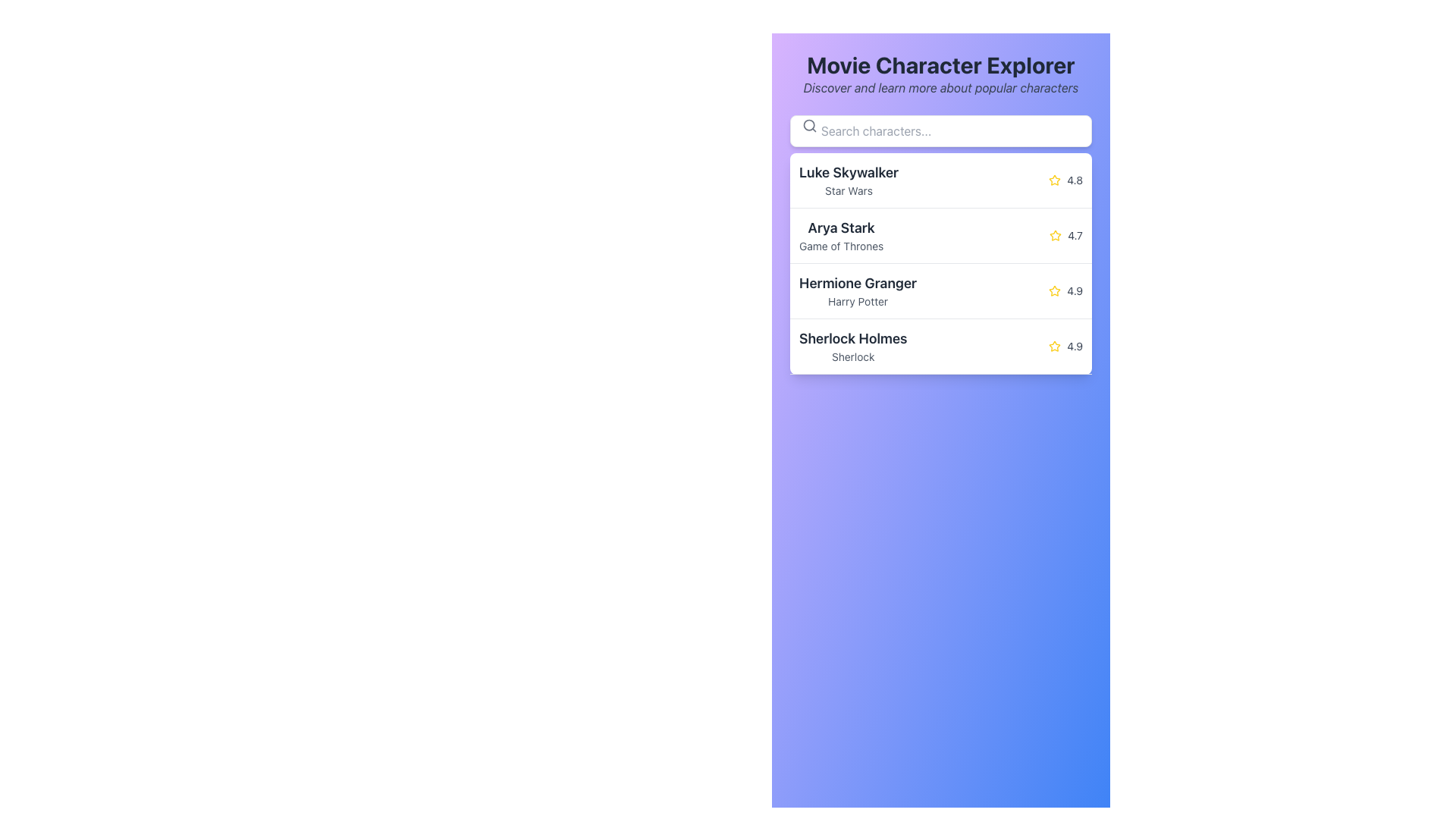 Image resolution: width=1456 pixels, height=819 pixels. I want to click on the circular outline of the search icon located to the left of the placeholder text 'Search characters...' in the input field, so click(808, 124).